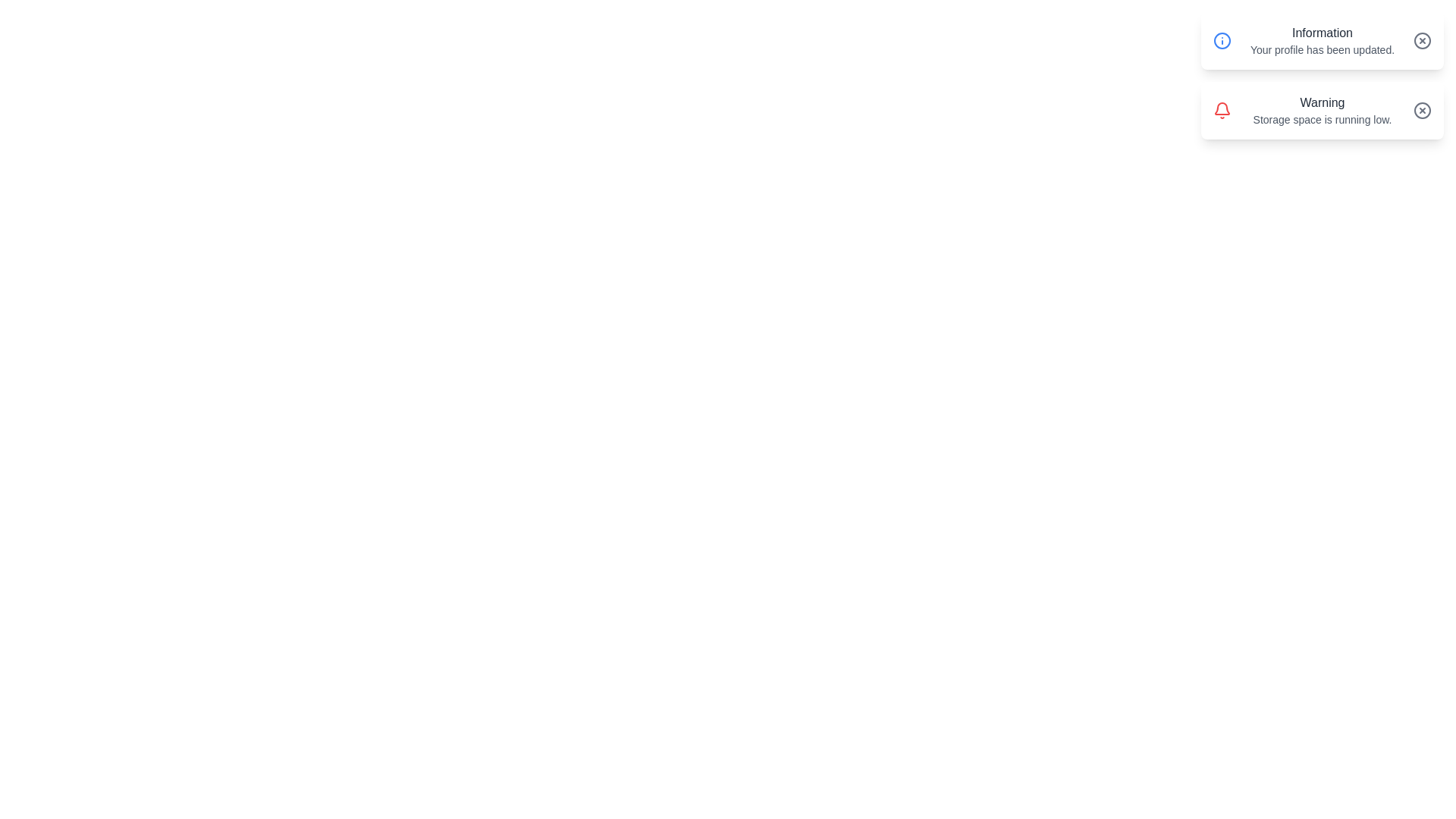  What do you see at coordinates (1422, 40) in the screenshot?
I see `the circular button with an 'X' symbol, located at the top-right corner of the notification card titled 'Information', to observe the color change` at bounding box center [1422, 40].